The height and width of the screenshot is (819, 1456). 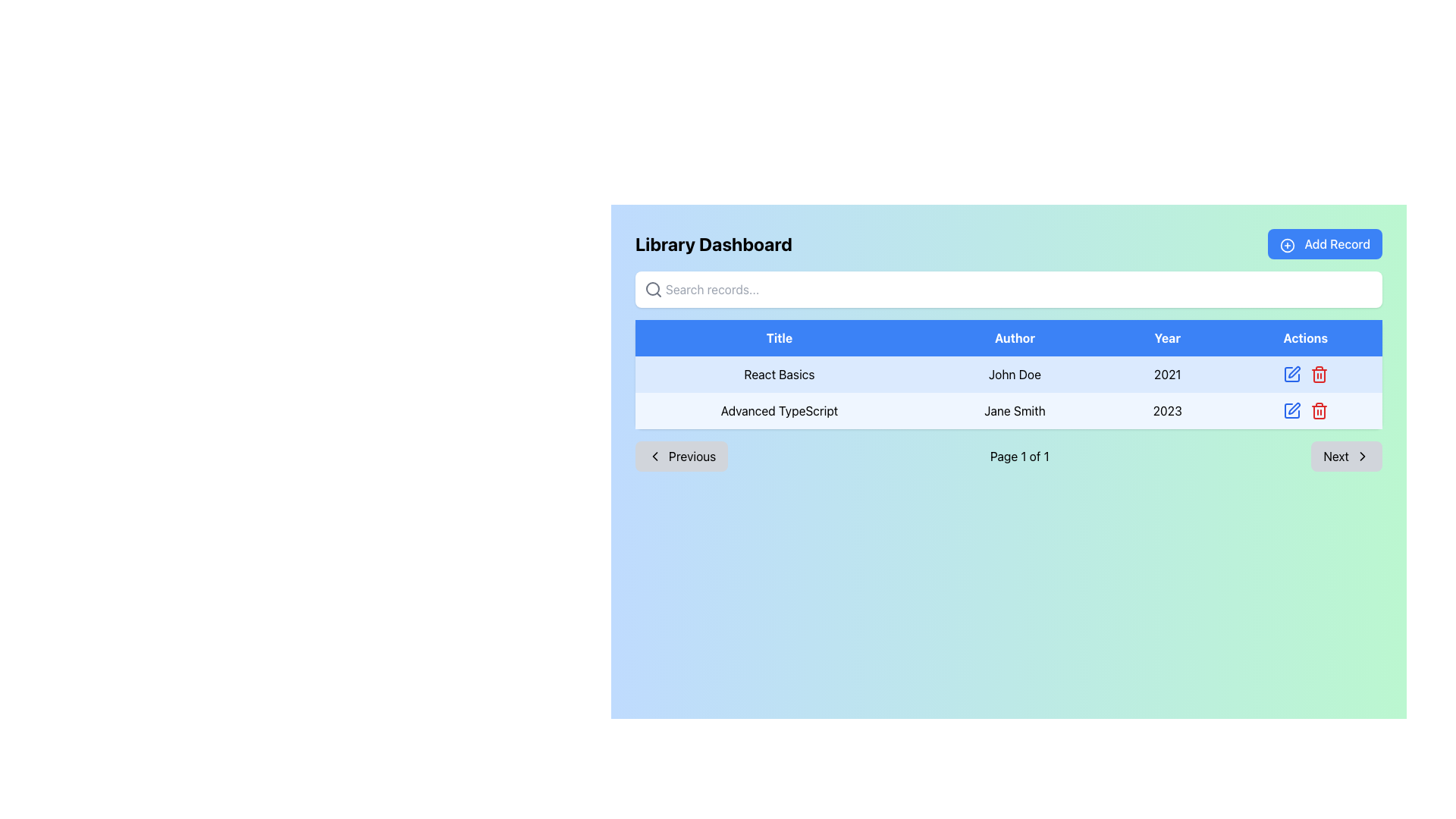 What do you see at coordinates (1015, 337) in the screenshot?
I see `the table header indicating 'Authors', which is the second header in a horizontal row between 'Title' and 'Year'` at bounding box center [1015, 337].